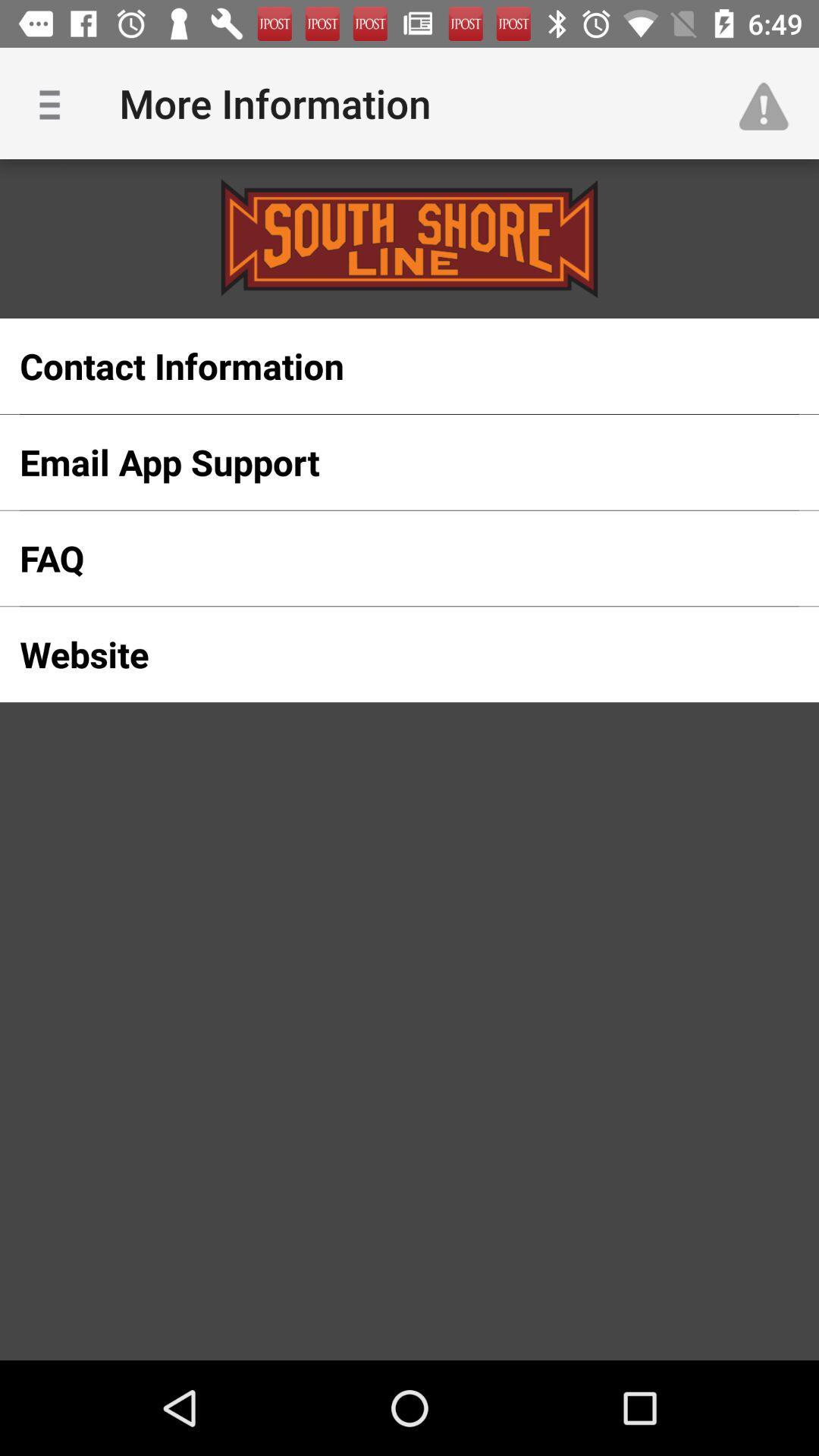 This screenshot has width=819, height=1456. What do you see at coordinates (384, 654) in the screenshot?
I see `website item` at bounding box center [384, 654].